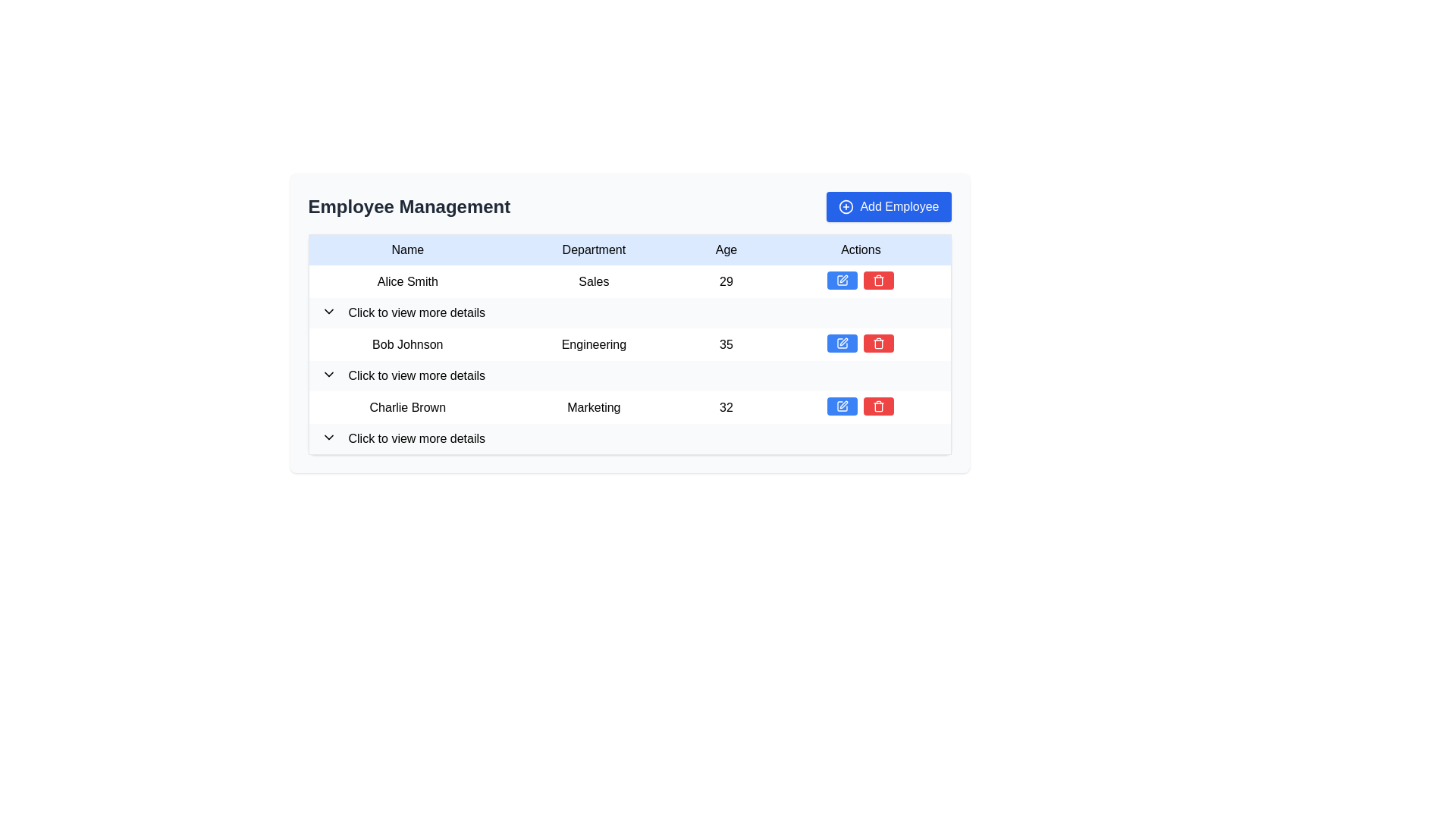 This screenshot has width=1456, height=819. Describe the element at coordinates (629, 249) in the screenshot. I see `styling or layout of the Table Header Row located at the topmost row of the Employee Management table` at that location.